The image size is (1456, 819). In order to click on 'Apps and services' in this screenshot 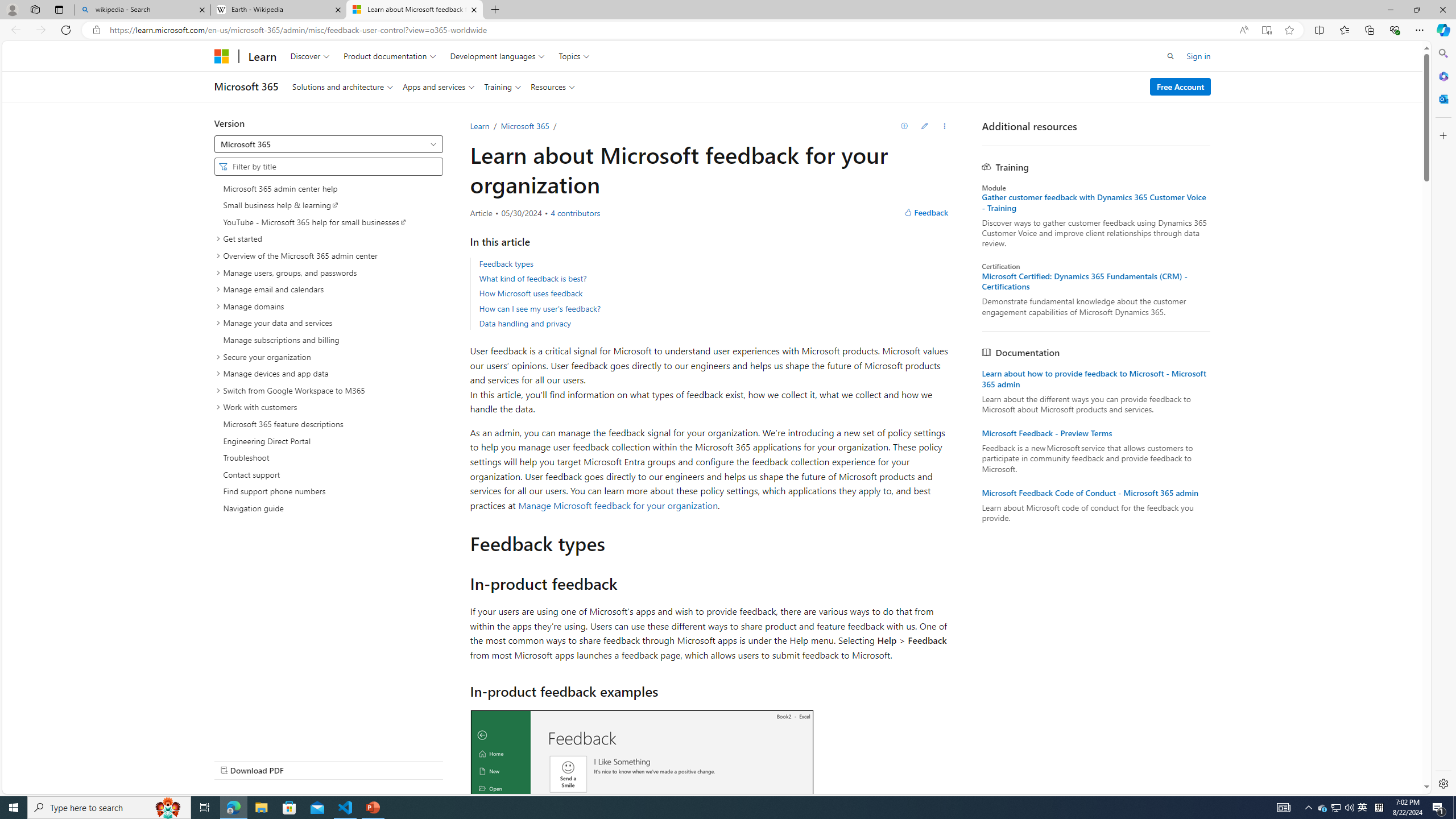, I will do `click(438, 86)`.